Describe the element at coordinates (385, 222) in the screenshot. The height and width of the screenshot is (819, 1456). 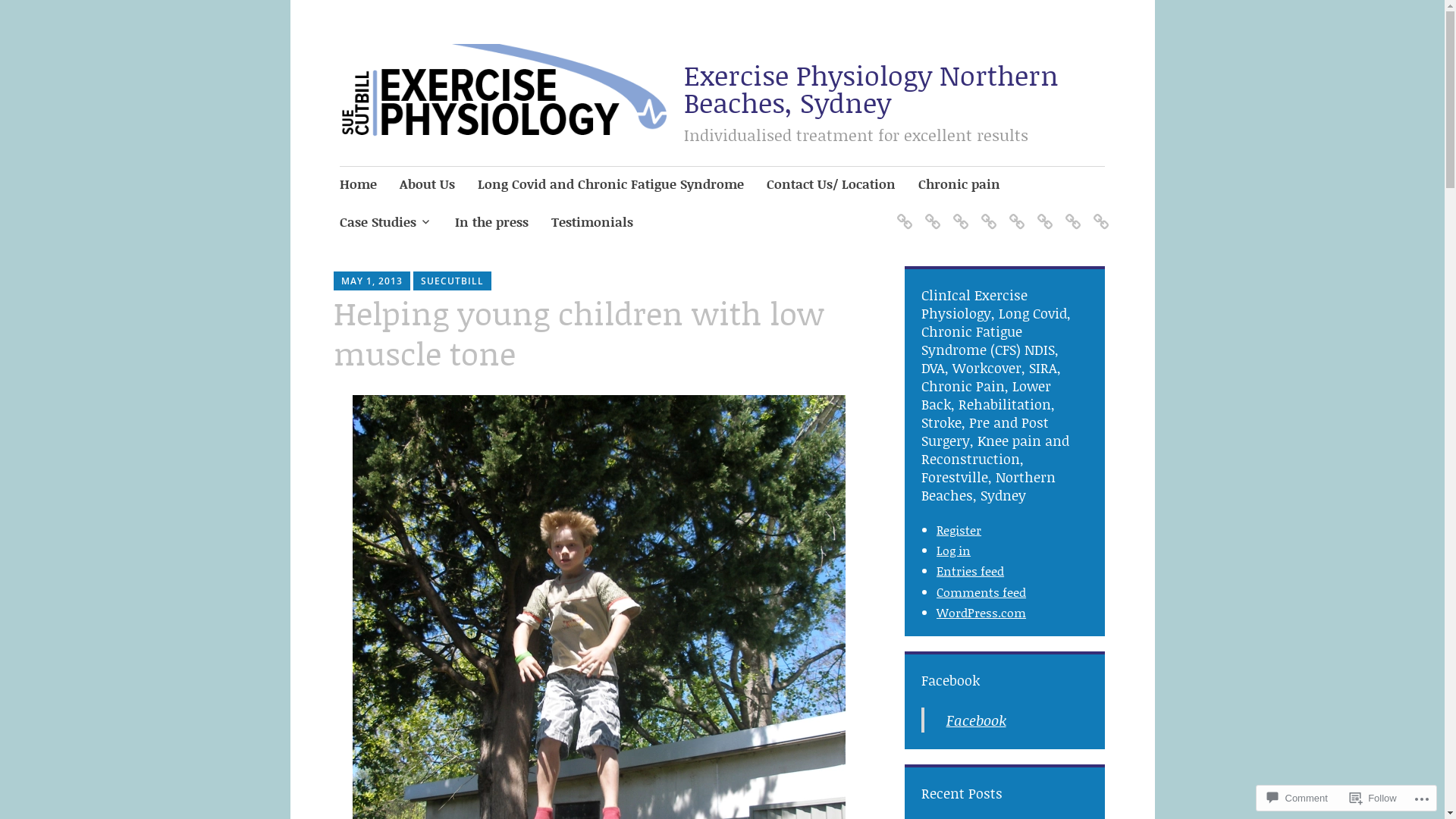
I see `'Case Studies'` at that location.